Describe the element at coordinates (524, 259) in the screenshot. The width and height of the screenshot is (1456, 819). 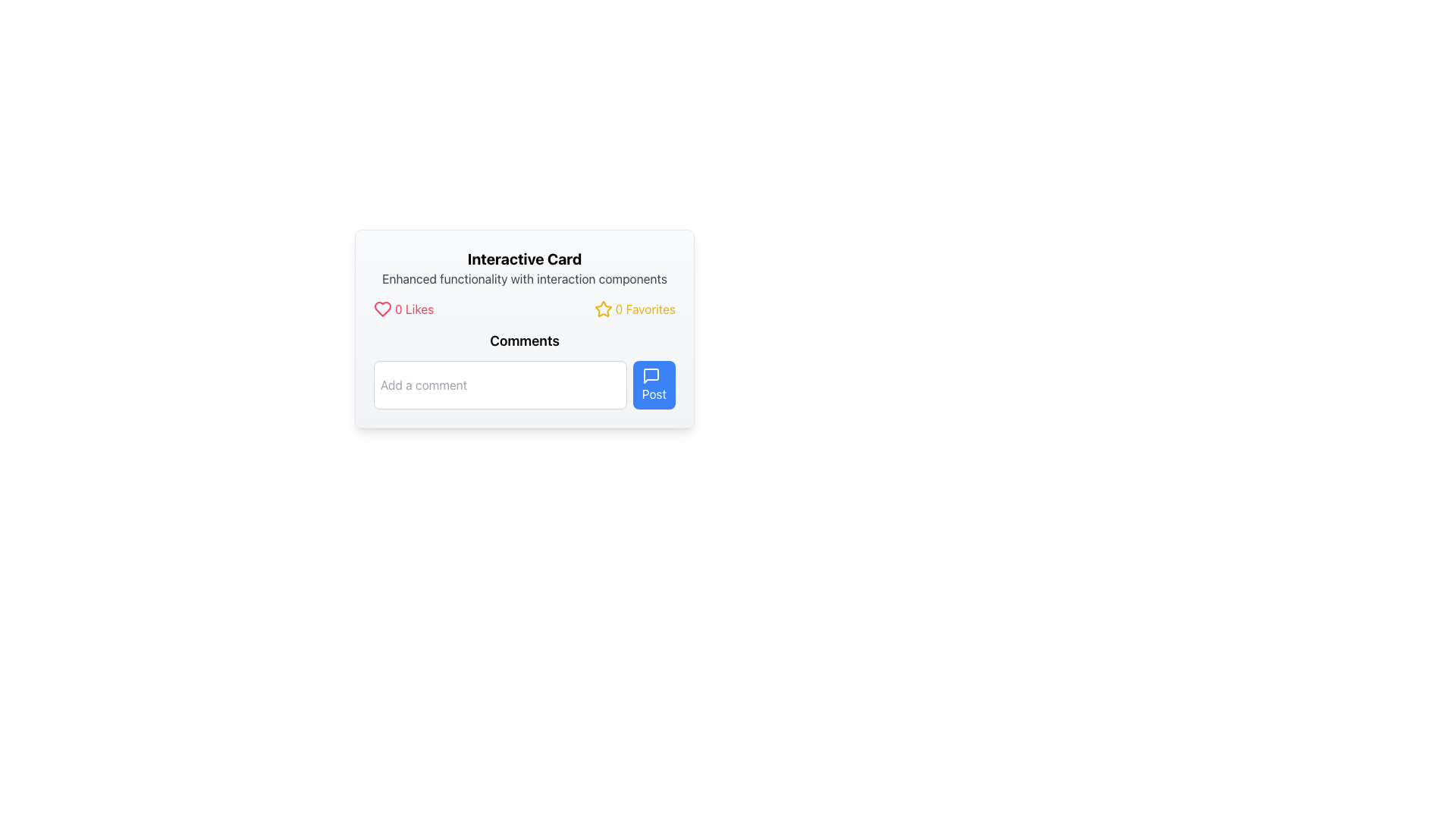
I see `bolded text string 'Interactive Card' located at the top of the card interface` at that location.